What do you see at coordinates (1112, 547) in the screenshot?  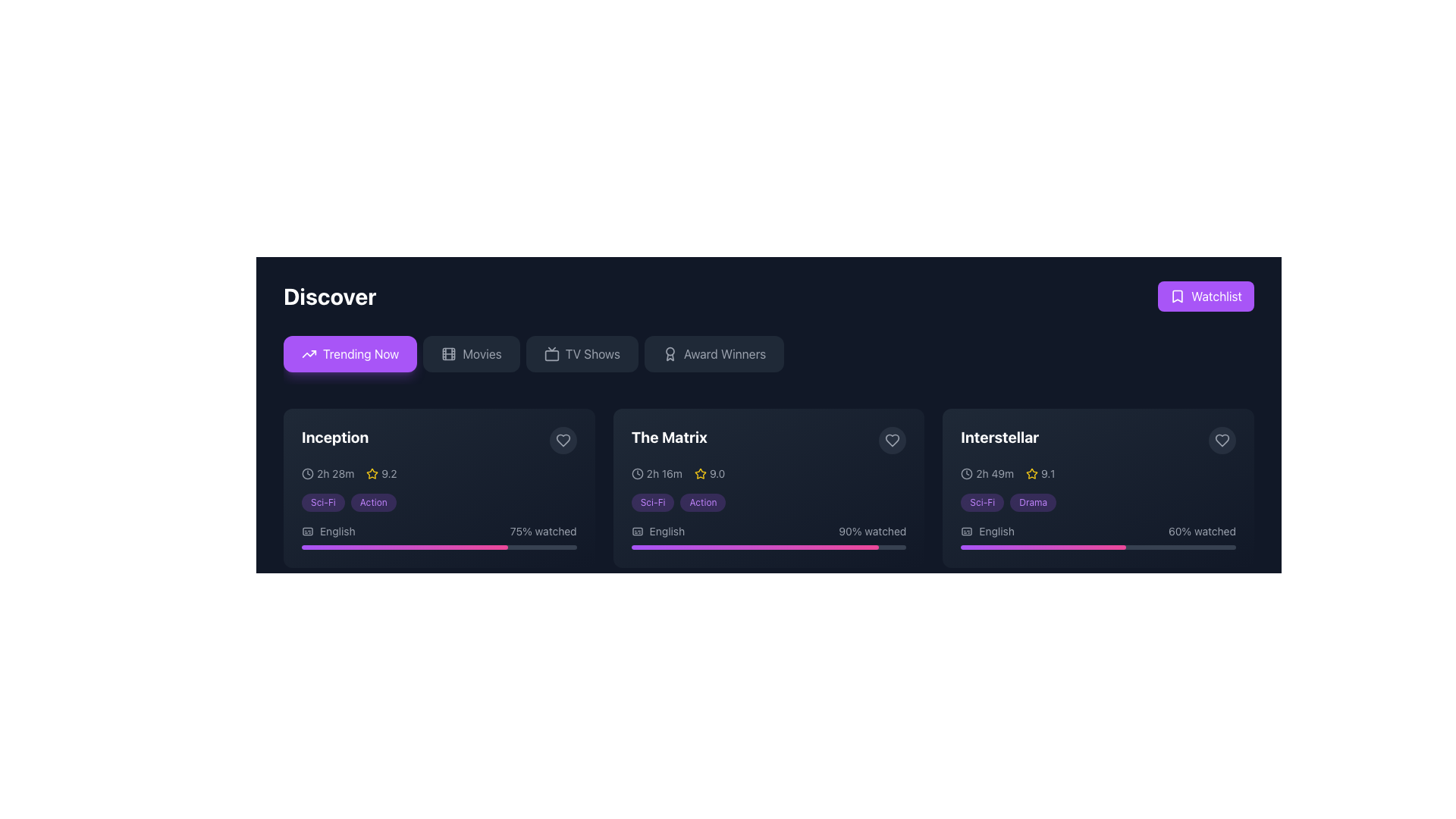 I see `watched progress` at bounding box center [1112, 547].